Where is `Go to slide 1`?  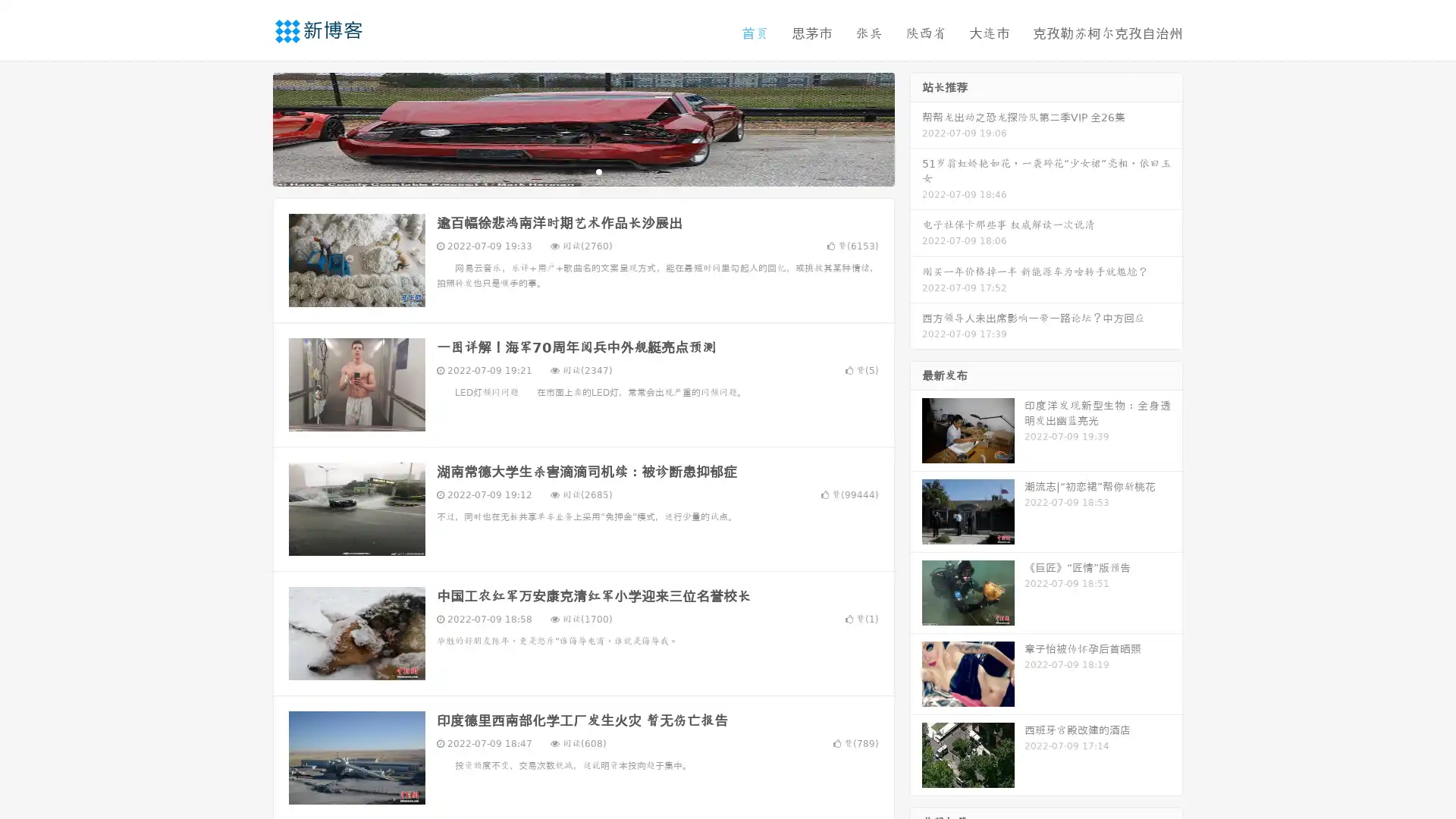 Go to slide 1 is located at coordinates (567, 171).